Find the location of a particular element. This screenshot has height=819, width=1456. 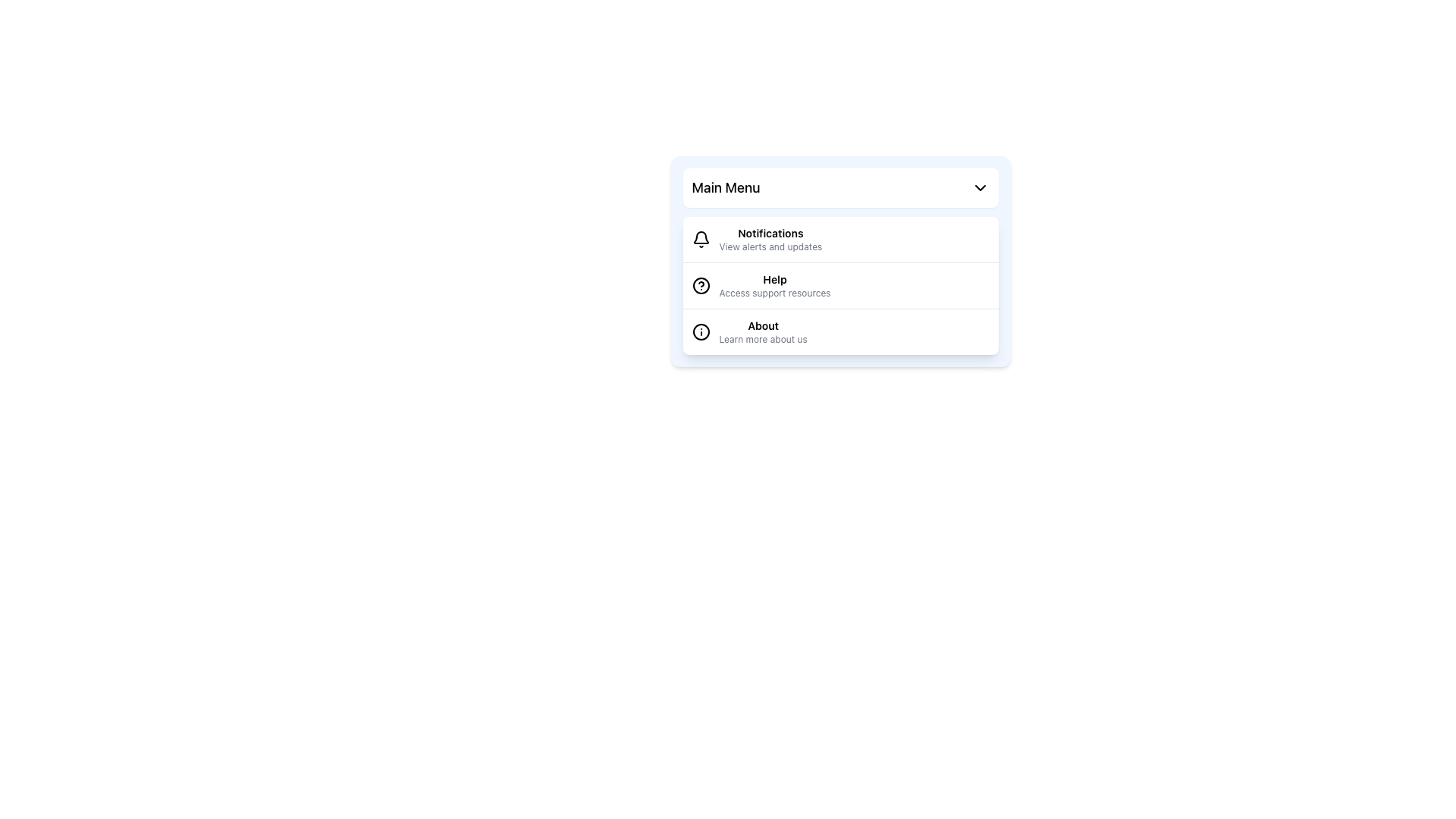

the 'About' menu item located in the bottom section of the 'Main Menu' is located at coordinates (763, 331).